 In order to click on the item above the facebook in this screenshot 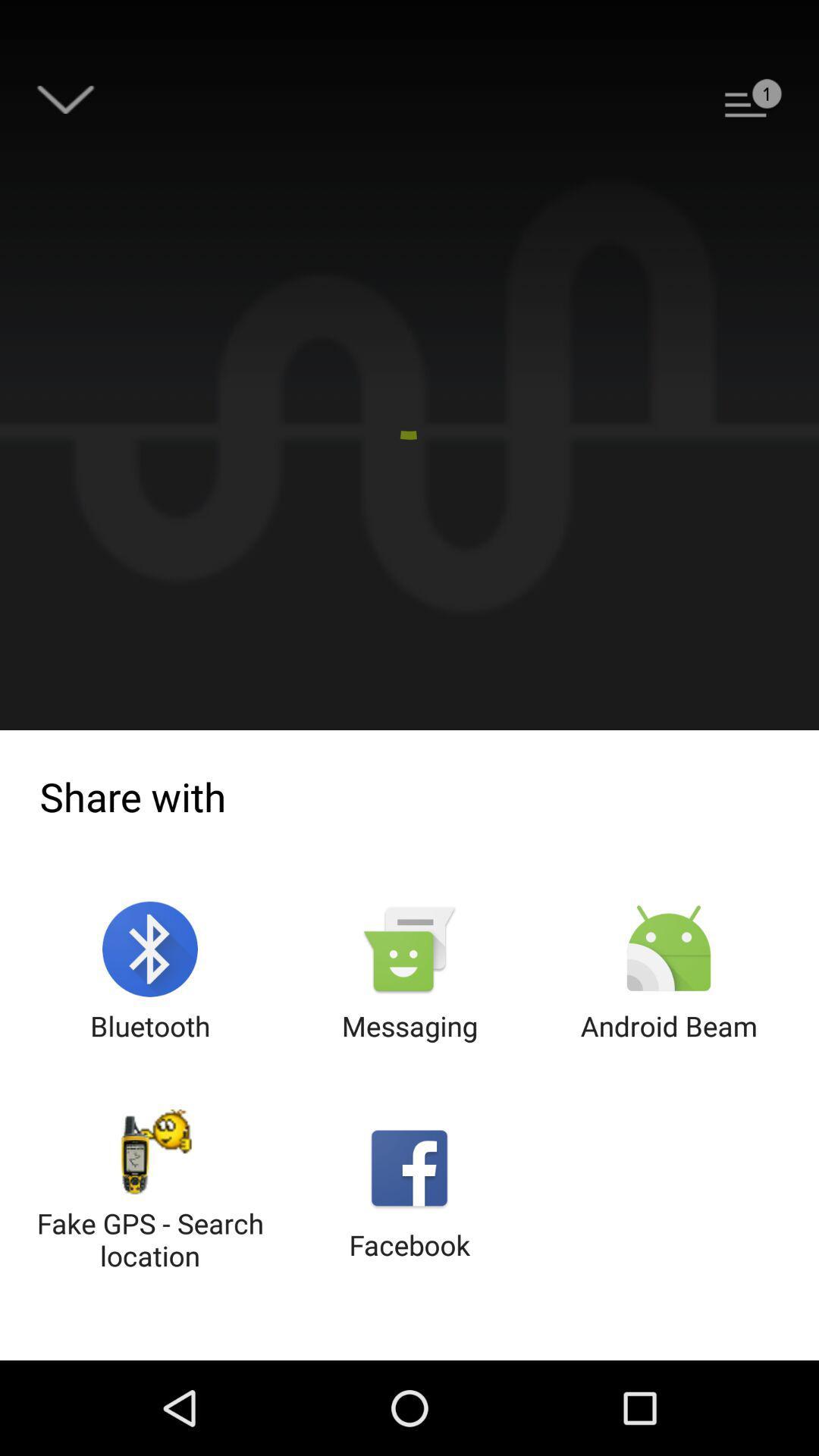, I will do `click(409, 973)`.